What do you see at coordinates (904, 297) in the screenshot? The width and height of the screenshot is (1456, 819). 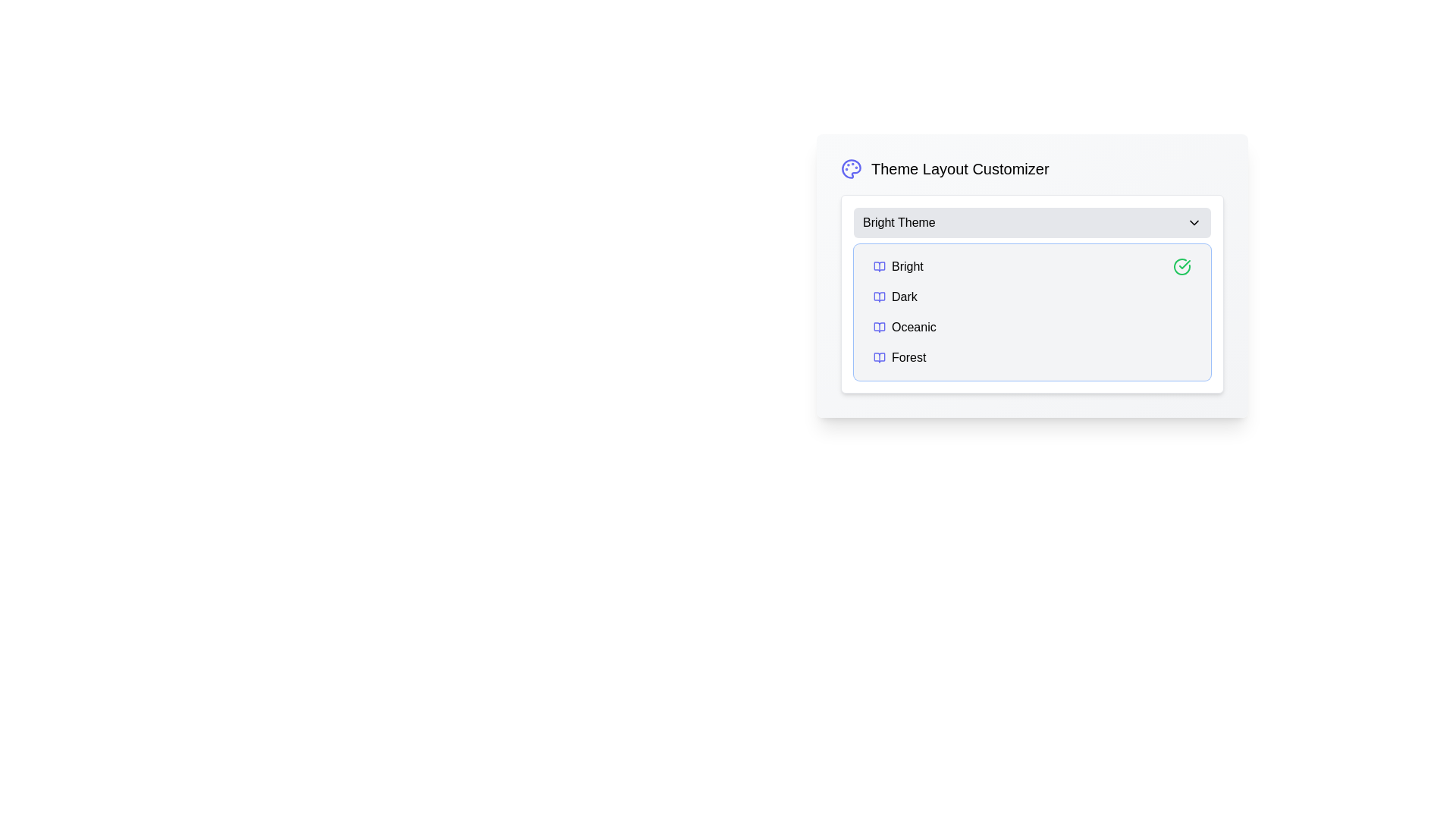 I see `the 'Dark' theme option in the Theme Layout Customizer dropdown menu` at bounding box center [904, 297].